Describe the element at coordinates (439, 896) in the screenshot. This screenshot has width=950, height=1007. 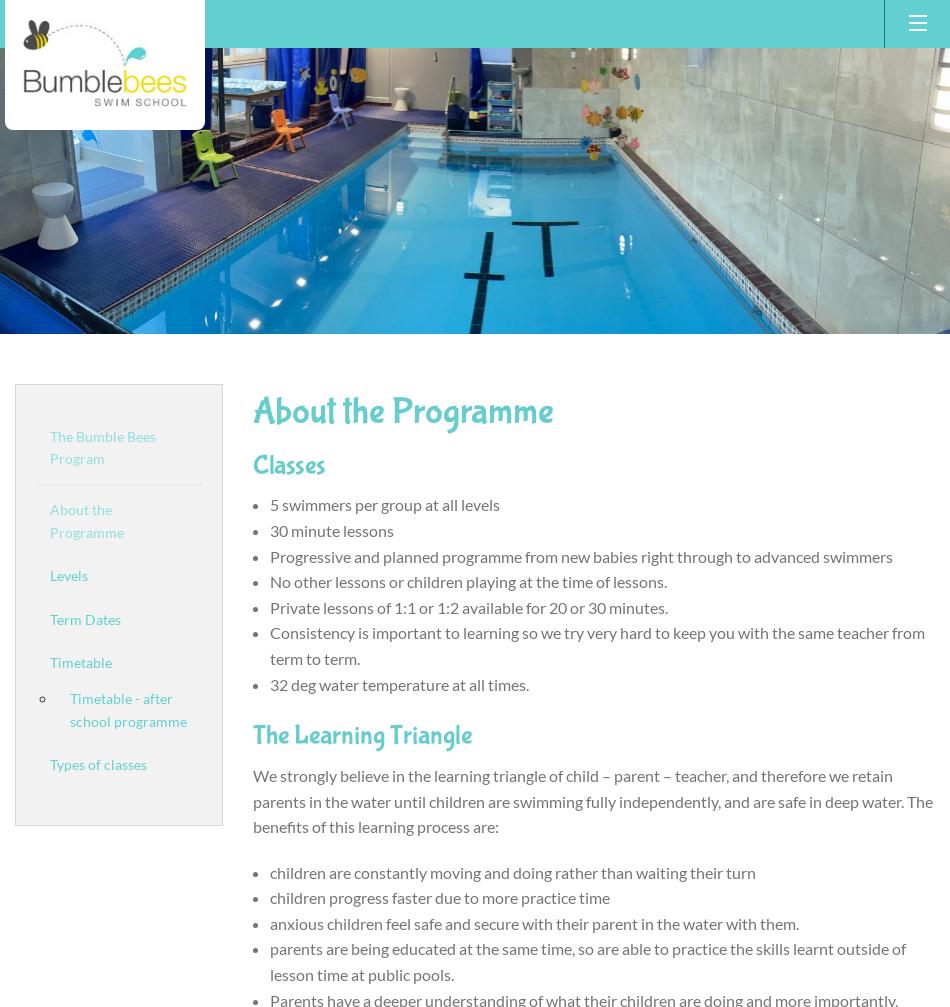
I see `'children progress faster due to more practice time'` at that location.